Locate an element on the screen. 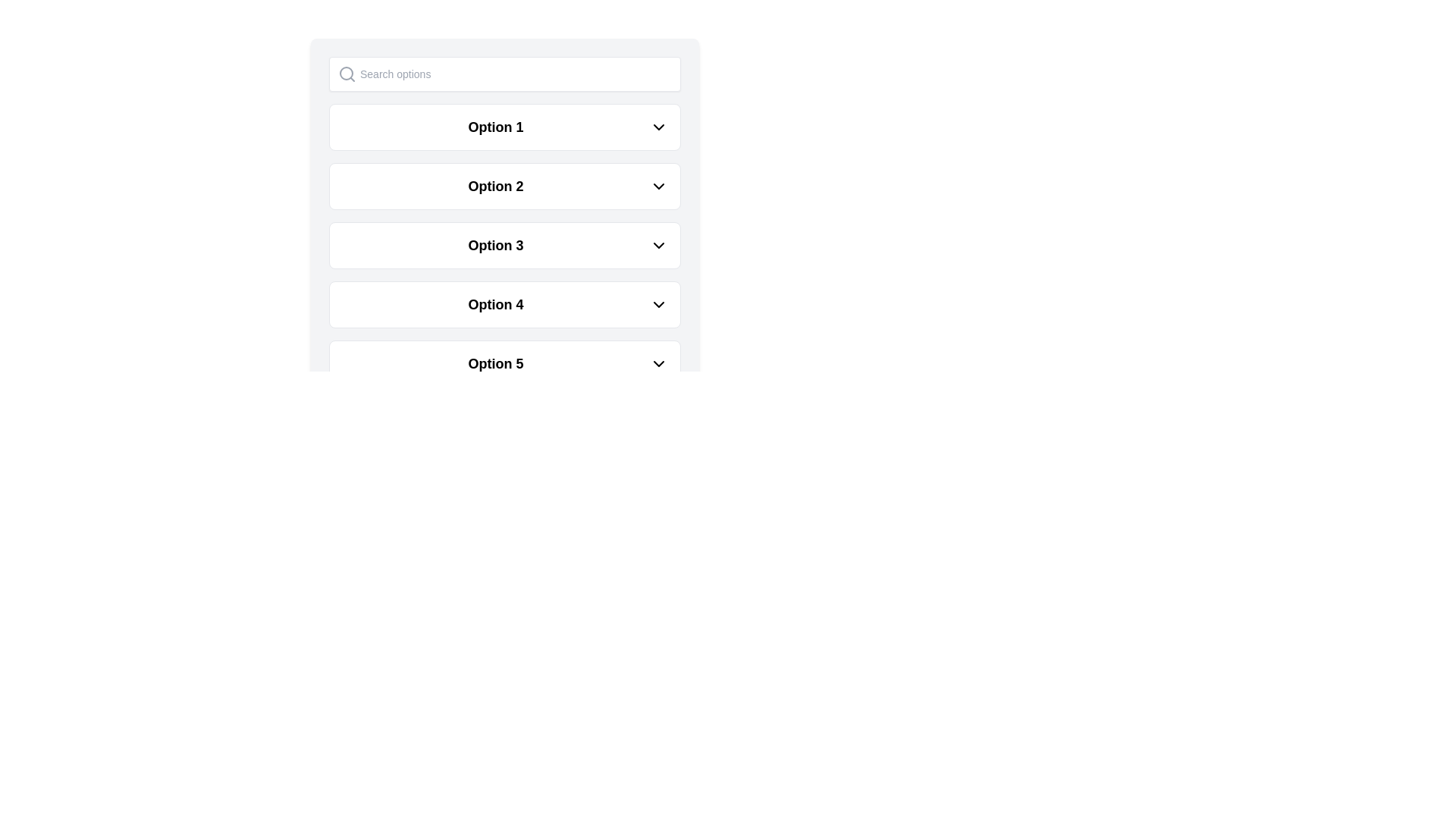  the text label displaying 'Option 3', which is the third option in a vertically-arranged list of options is located at coordinates (495, 245).